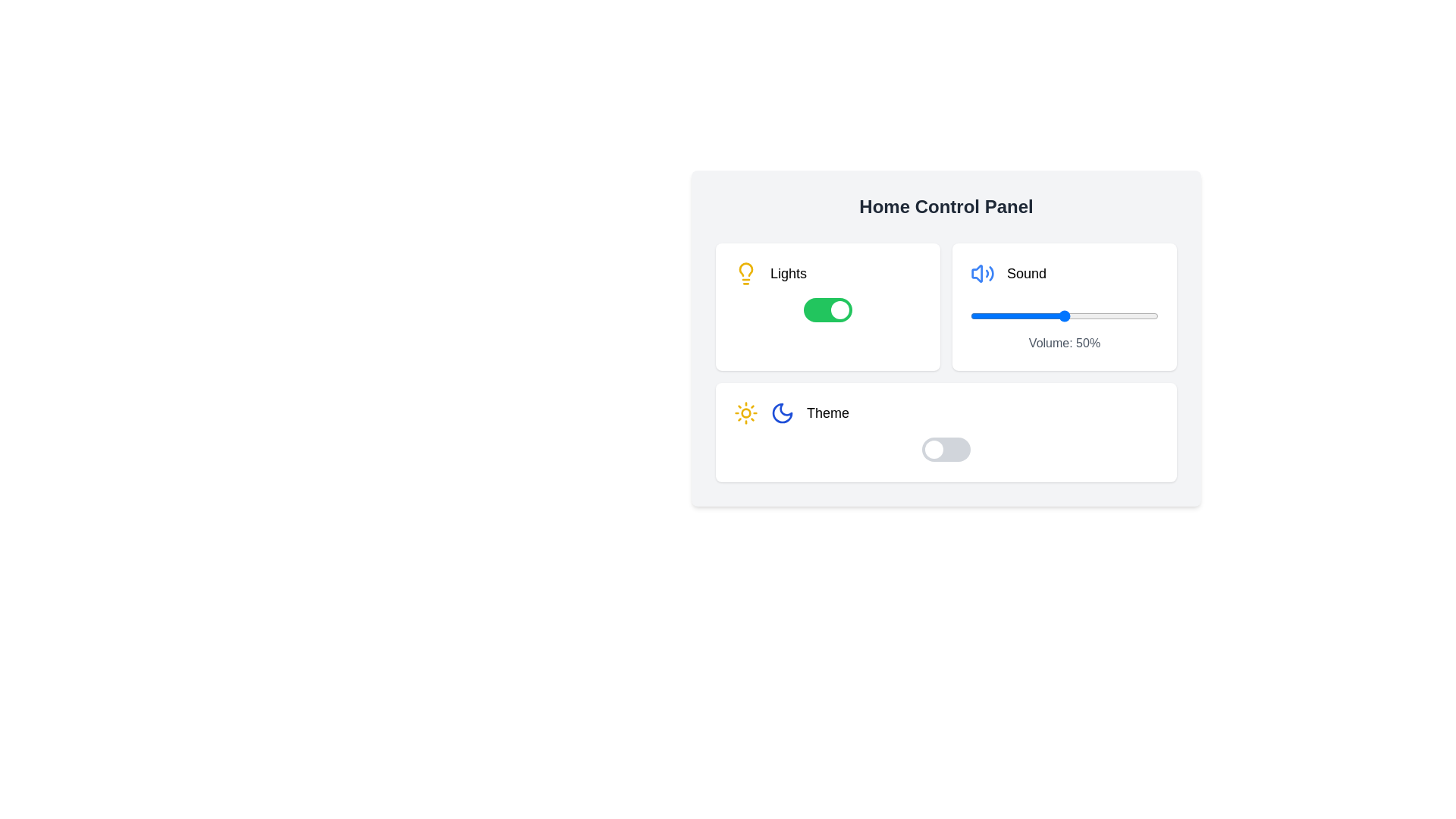 The image size is (1456, 819). I want to click on the volume, so click(1004, 315).